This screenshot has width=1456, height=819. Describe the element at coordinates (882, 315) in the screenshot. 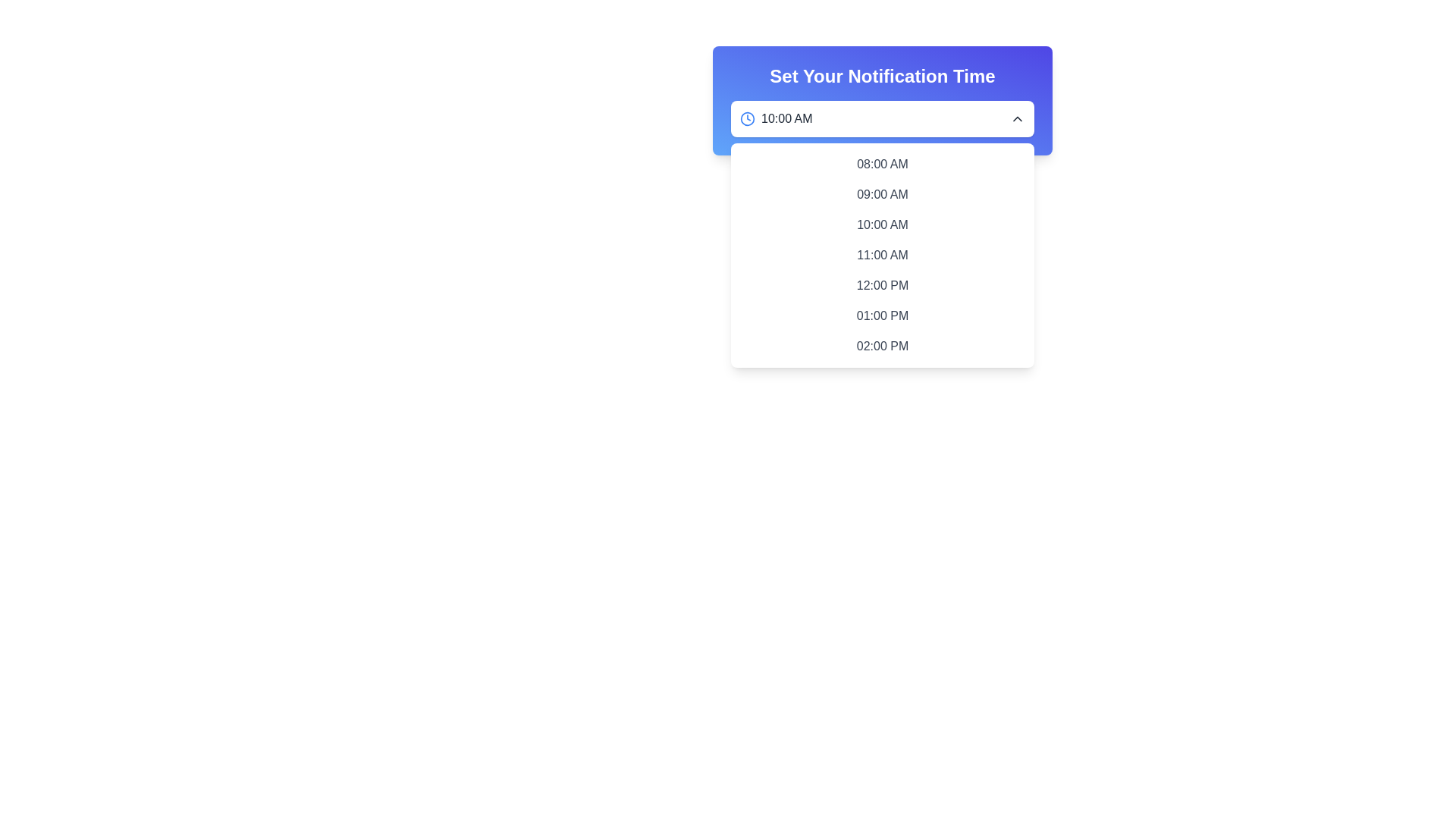

I see `the selectable time option displaying '01:00 PM' located in the dropdown menu under 'Set Your Notification Time'` at that location.